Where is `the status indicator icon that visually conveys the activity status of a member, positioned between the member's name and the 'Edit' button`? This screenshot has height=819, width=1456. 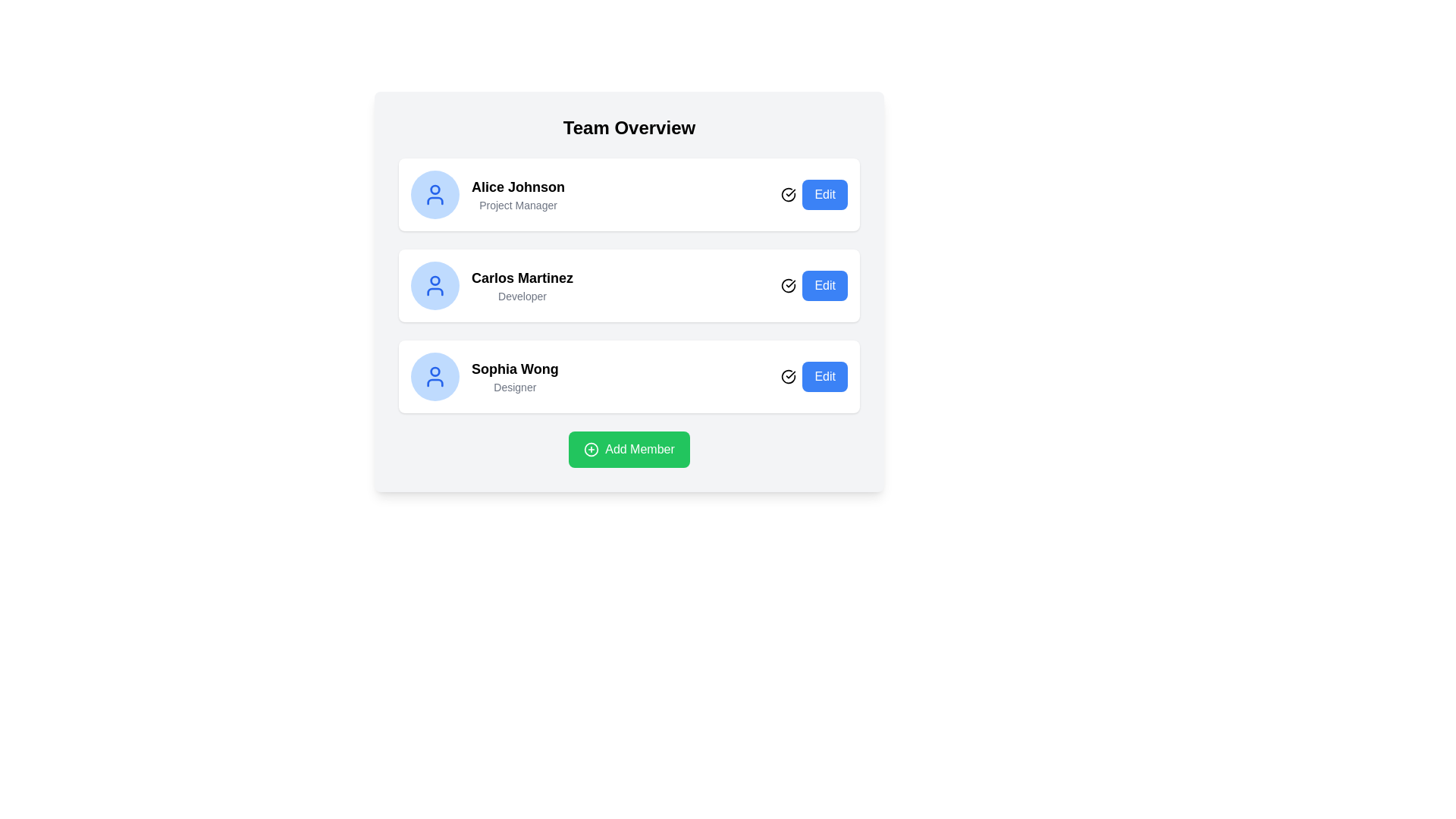
the status indicator icon that visually conveys the activity status of a member, positioned between the member's name and the 'Edit' button is located at coordinates (789, 194).